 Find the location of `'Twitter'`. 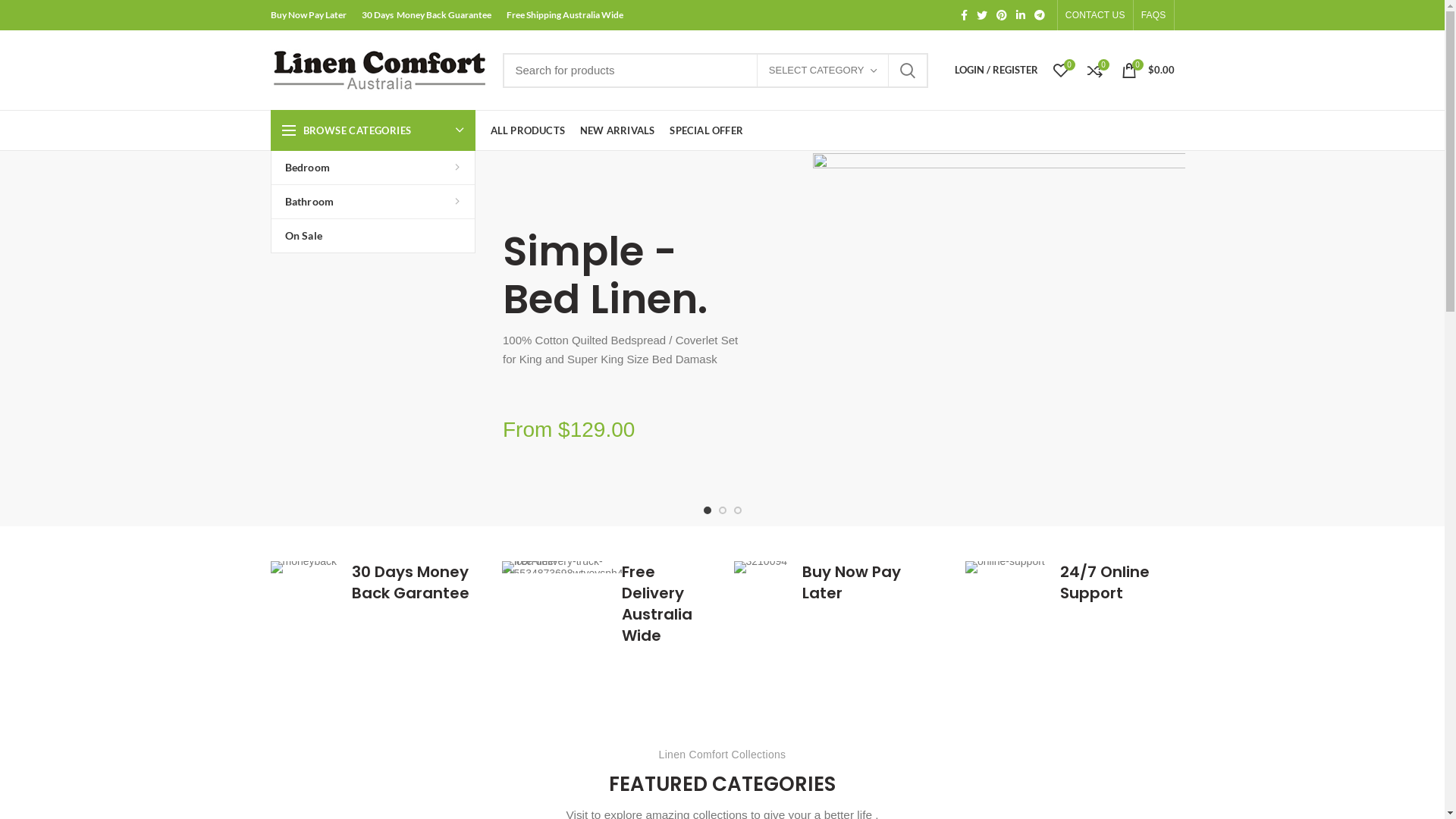

'Twitter' is located at coordinates (982, 14).